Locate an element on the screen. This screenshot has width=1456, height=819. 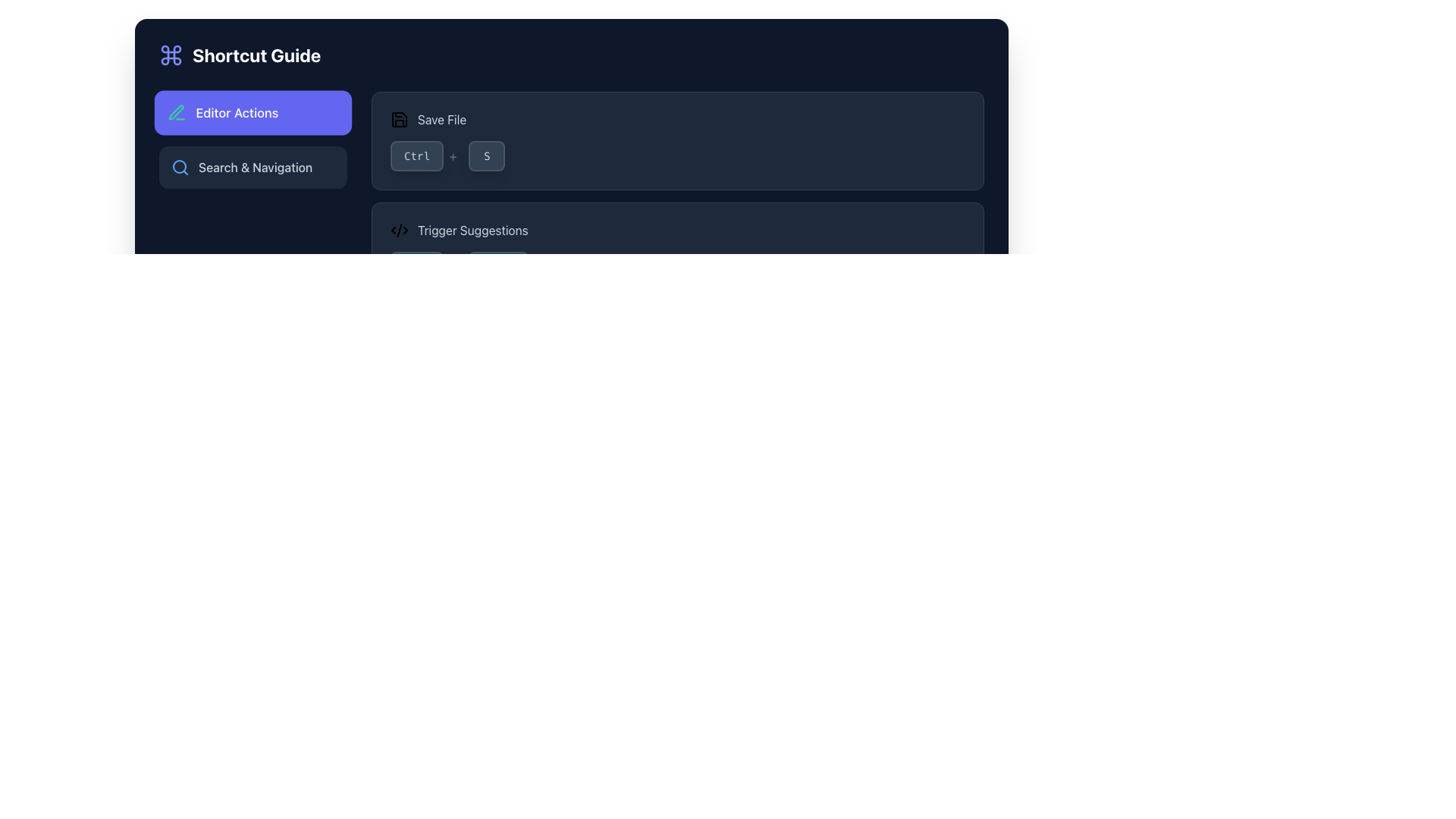
the edit icon located at the leftmost area of the 'Editor Actions' button in the side panel to associate the icon with its adjacent label is located at coordinates (176, 111).